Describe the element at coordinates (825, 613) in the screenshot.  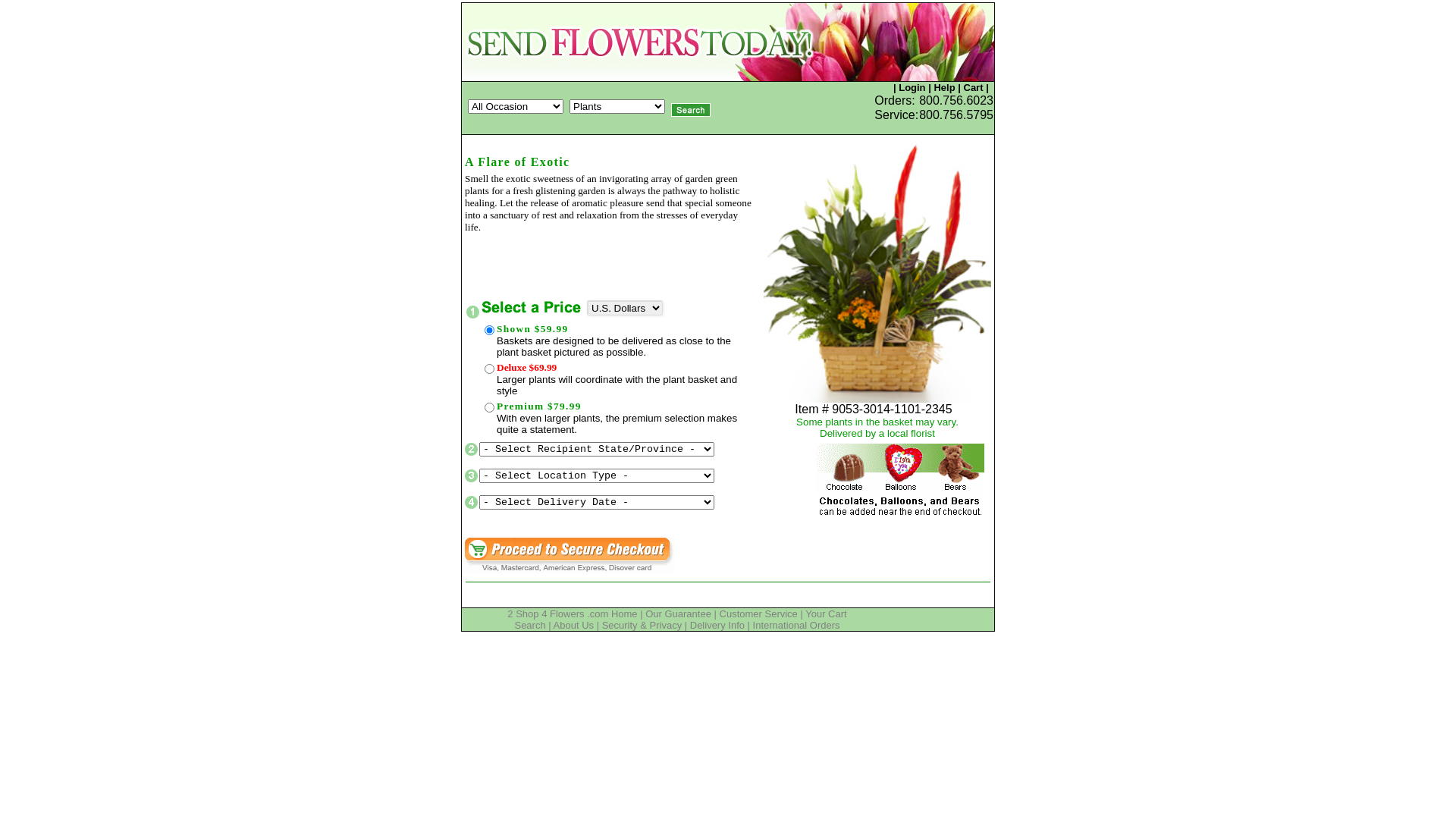
I see `'Your Cart'` at that location.